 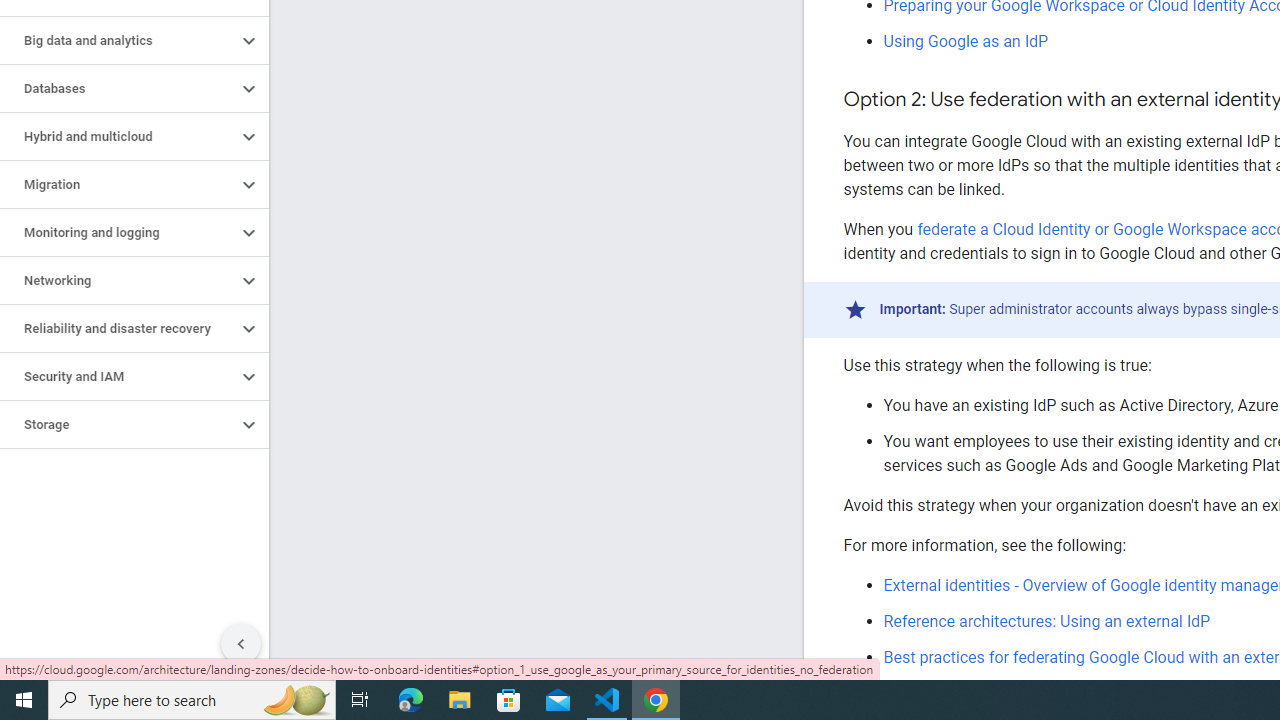 I want to click on 'Hybrid and multicloud', so click(x=117, y=136).